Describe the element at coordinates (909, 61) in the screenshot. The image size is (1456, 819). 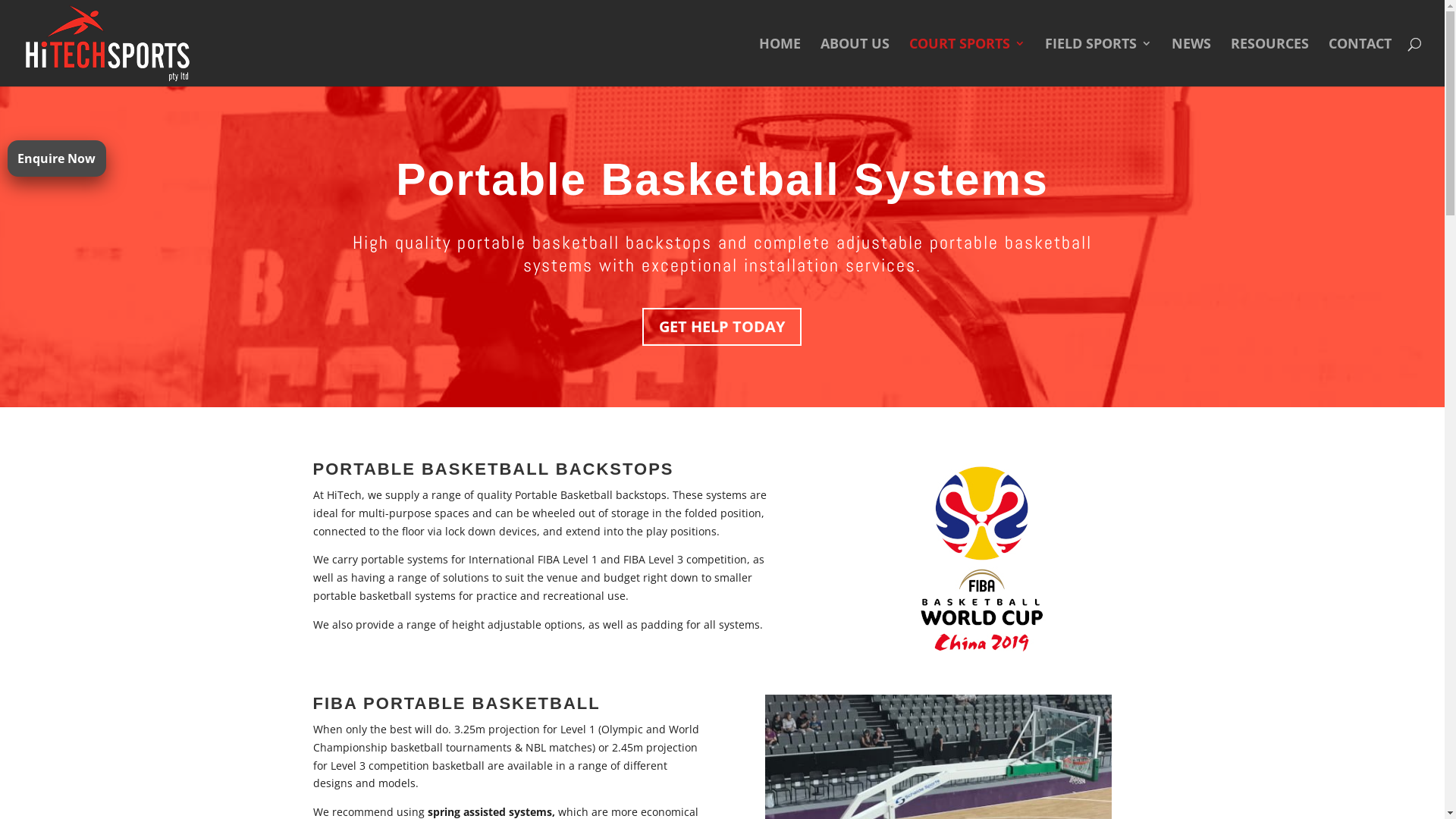
I see `'COURT SPORTS'` at that location.